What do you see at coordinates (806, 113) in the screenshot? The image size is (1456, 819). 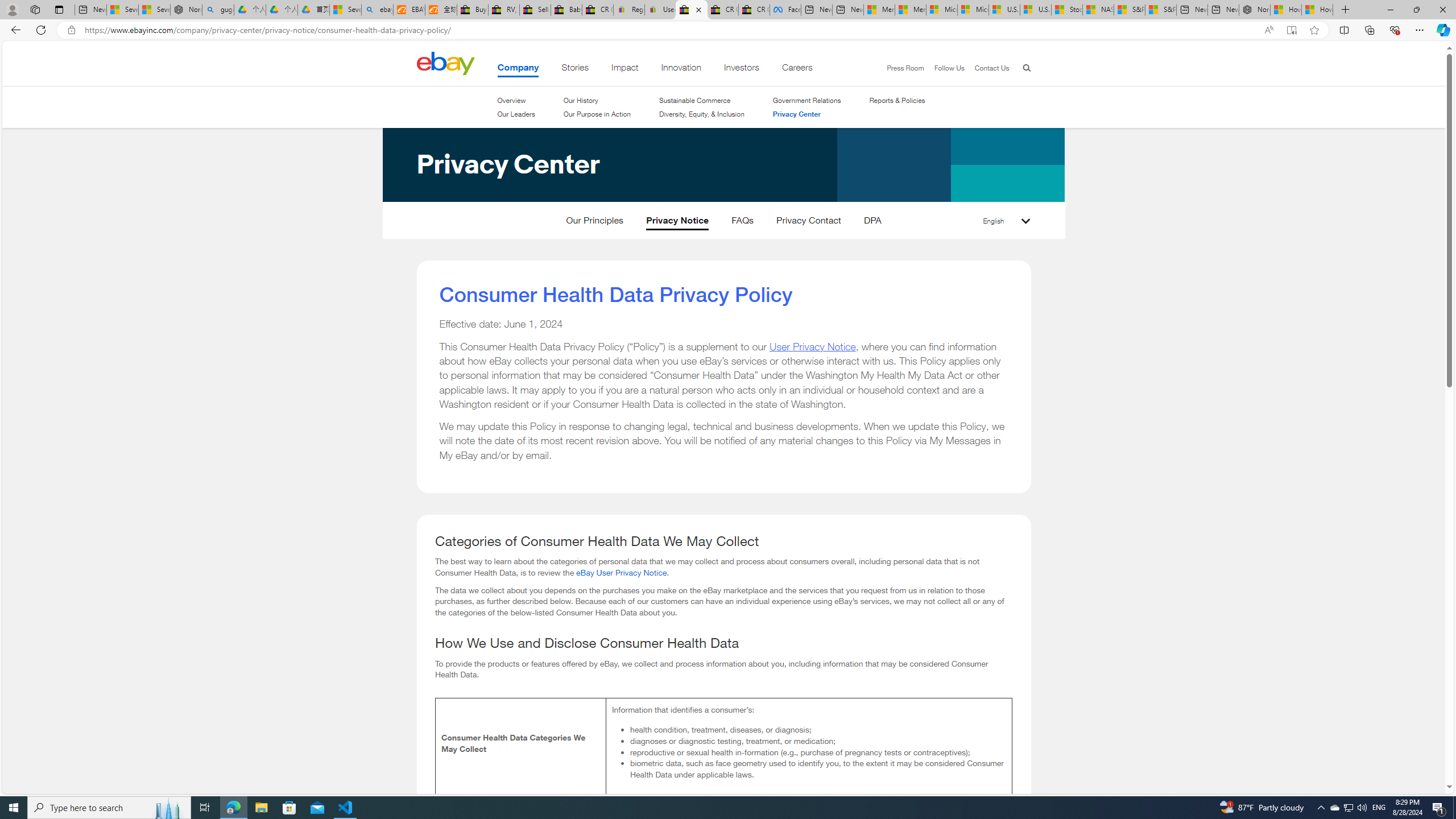 I see `'Privacy Center'` at bounding box center [806, 113].